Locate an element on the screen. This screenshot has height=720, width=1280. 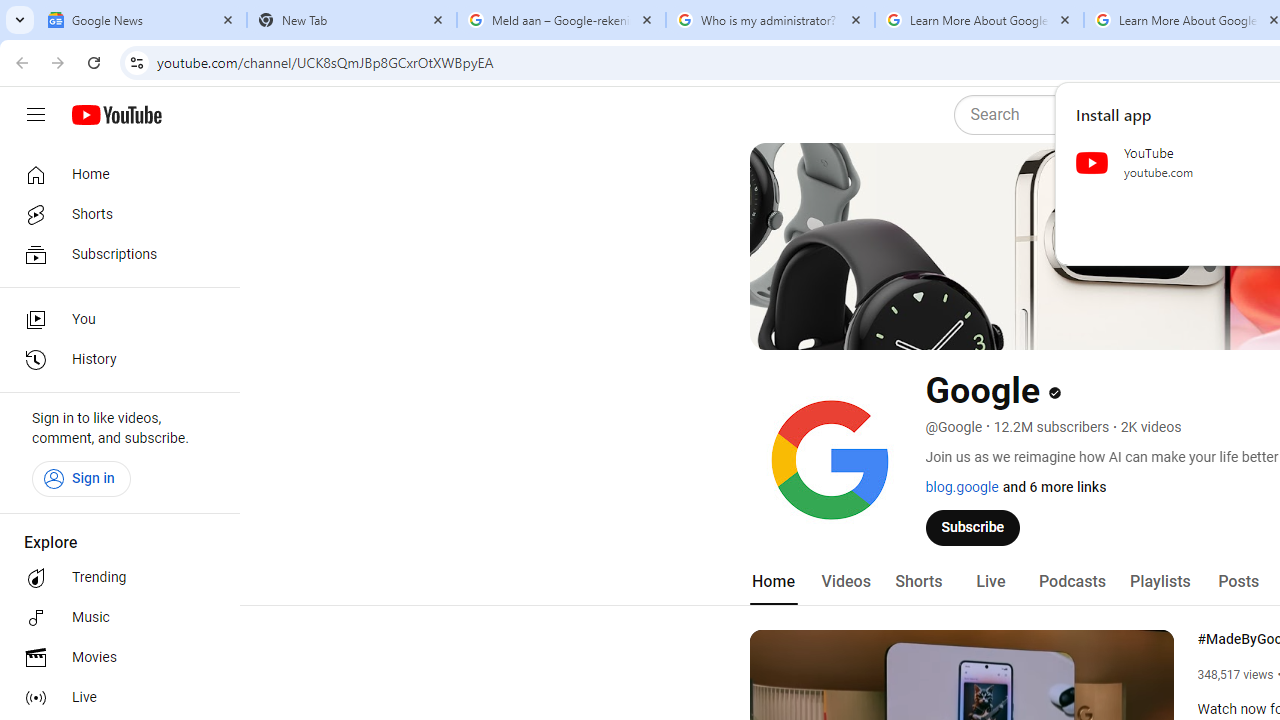
'Google News' is located at coordinates (141, 20).